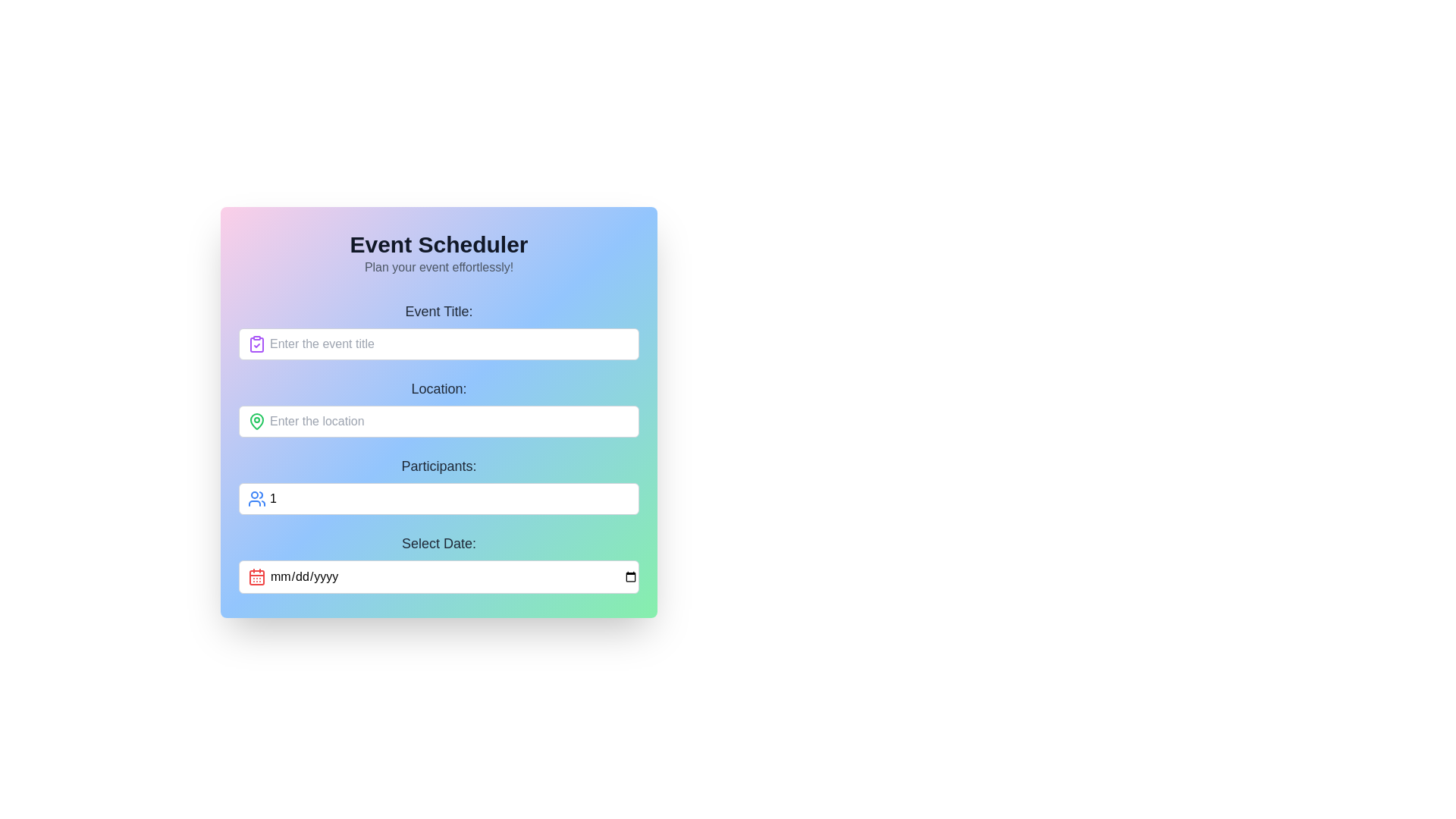  Describe the element at coordinates (438, 311) in the screenshot. I see `the text label that indicates the purpose for the nearby input field for the event title, which is positioned at the top of the form above the input field with placeholder 'Enter the event title'` at that location.